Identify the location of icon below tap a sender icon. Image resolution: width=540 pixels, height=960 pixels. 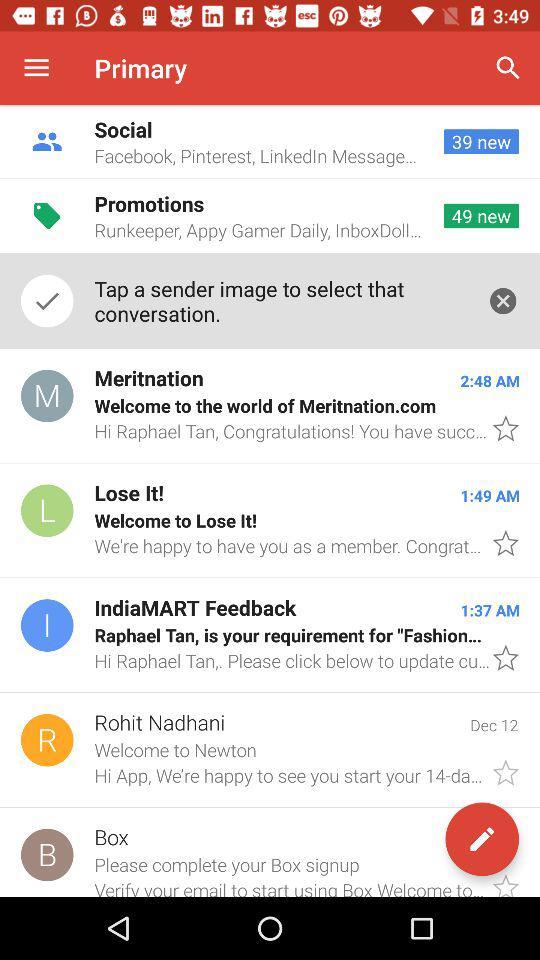
(270, 405).